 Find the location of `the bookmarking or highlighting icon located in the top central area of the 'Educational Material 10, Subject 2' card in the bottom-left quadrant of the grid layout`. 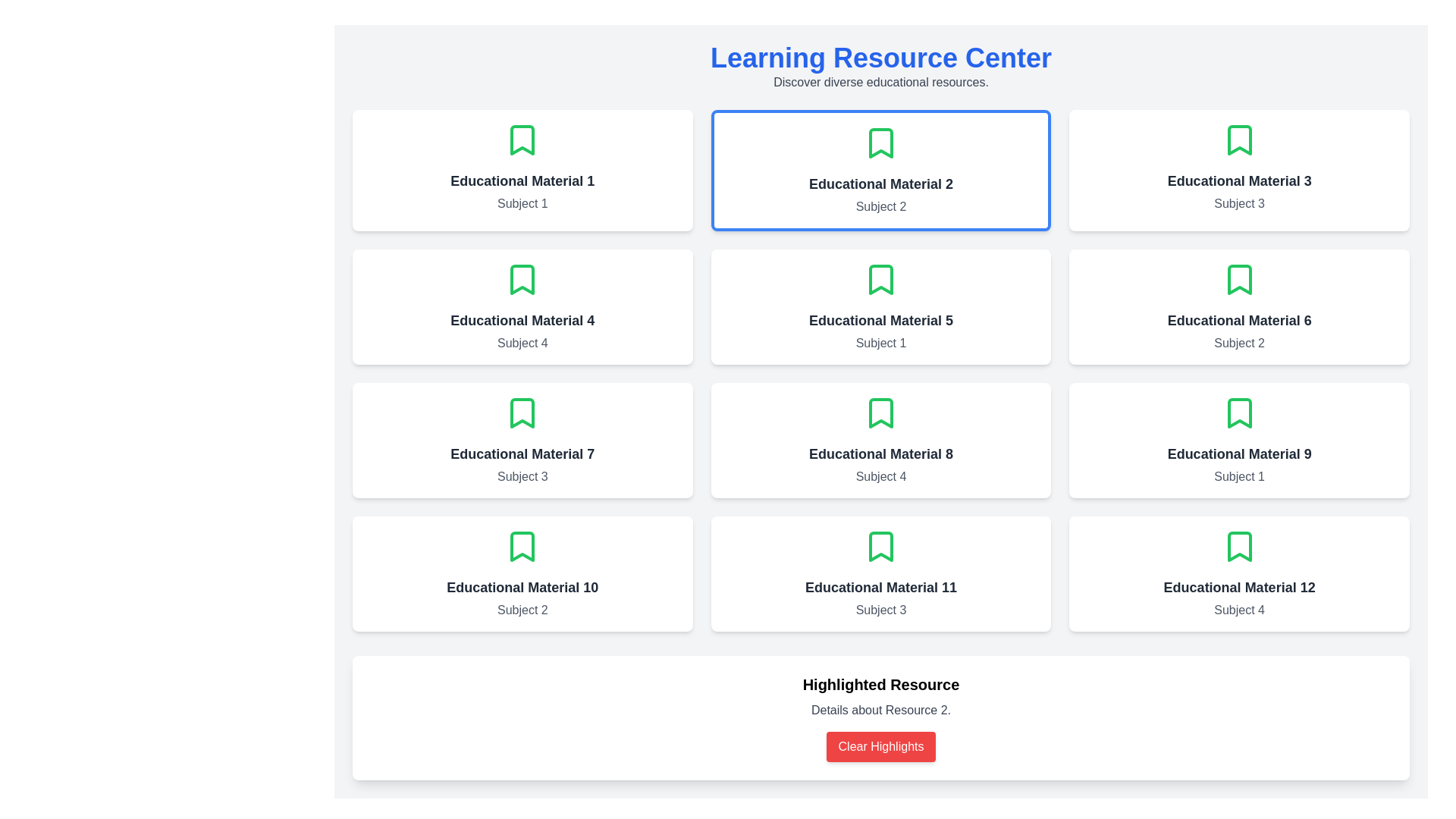

the bookmarking or highlighting icon located in the top central area of the 'Educational Material 10, Subject 2' card in the bottom-left quadrant of the grid layout is located at coordinates (522, 547).